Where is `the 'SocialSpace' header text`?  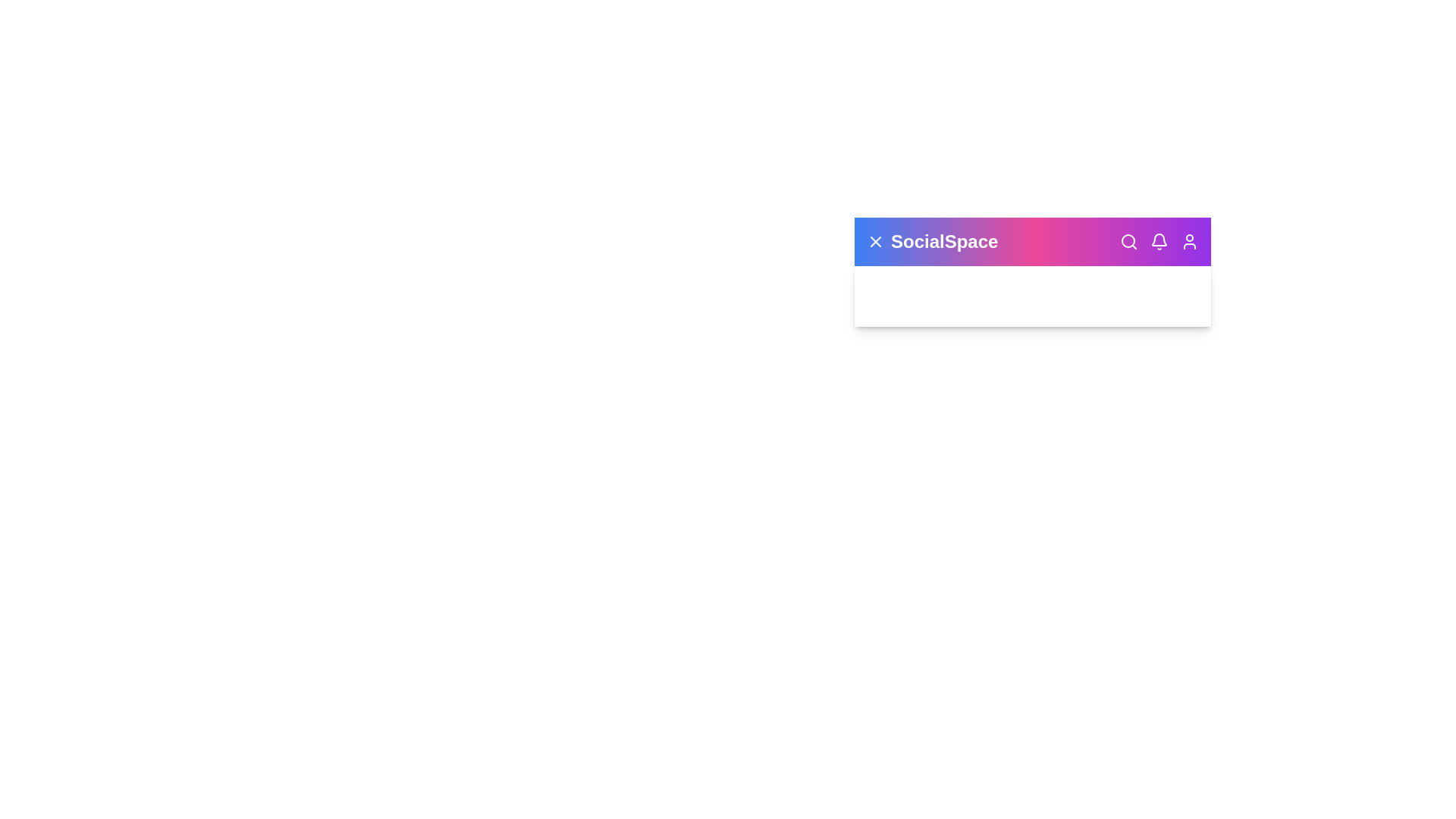 the 'SocialSpace' header text is located at coordinates (943, 241).